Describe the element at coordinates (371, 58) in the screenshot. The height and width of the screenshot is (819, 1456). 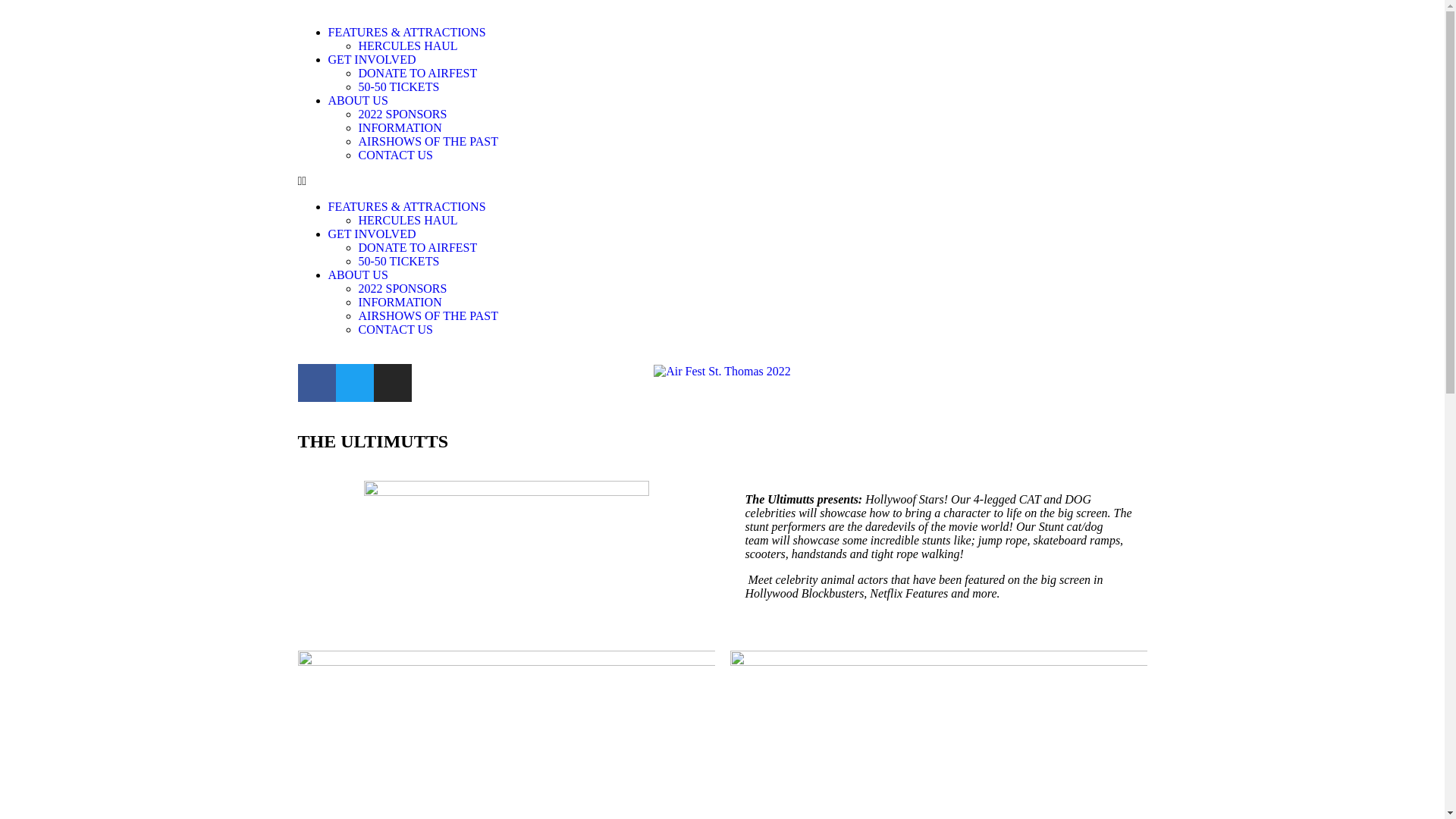
I see `'GET INVOLVED'` at that location.